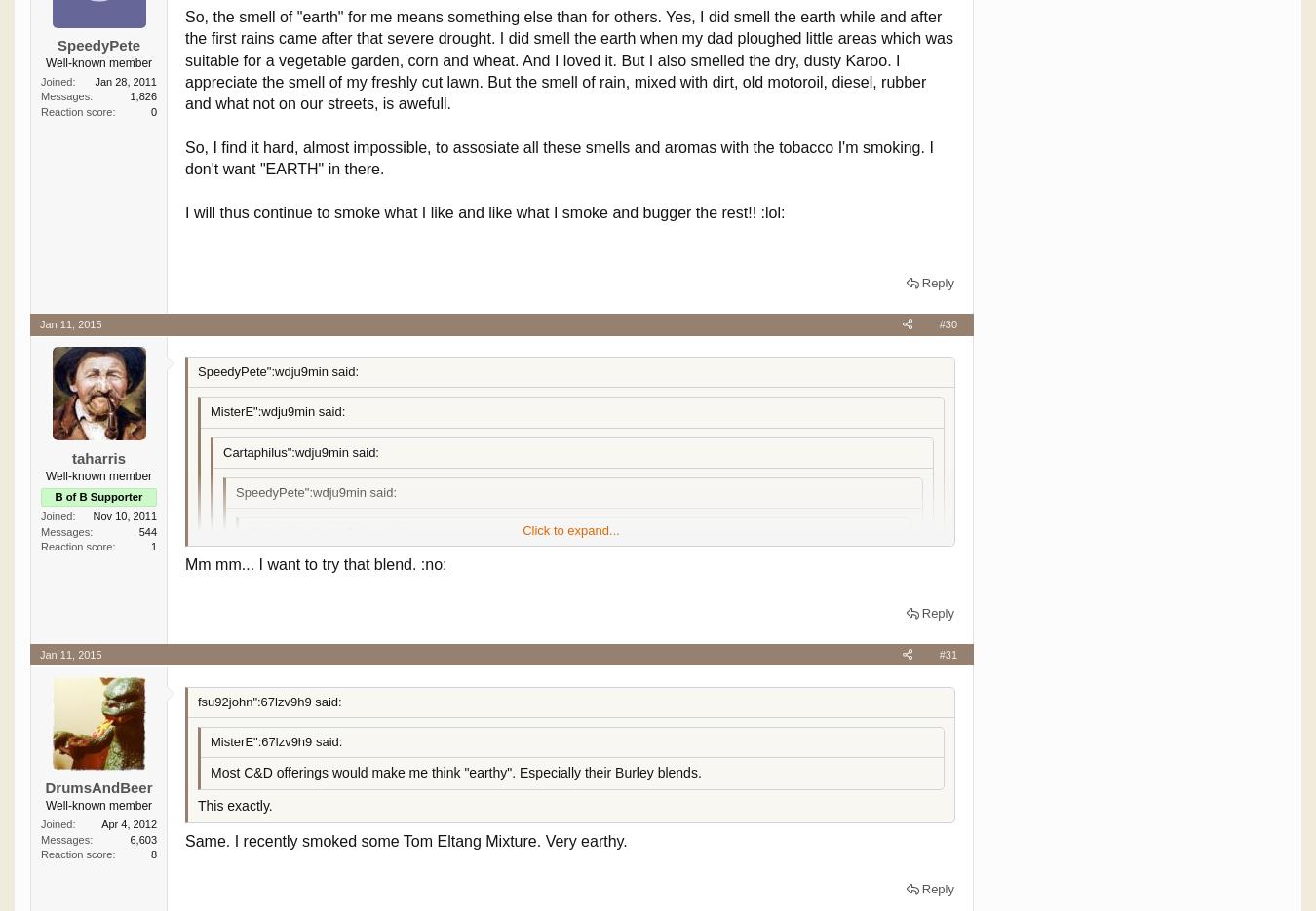 The width and height of the screenshot is (1316, 911). I want to click on 'fsu92john":67lzv9h9 said:', so click(198, 700).